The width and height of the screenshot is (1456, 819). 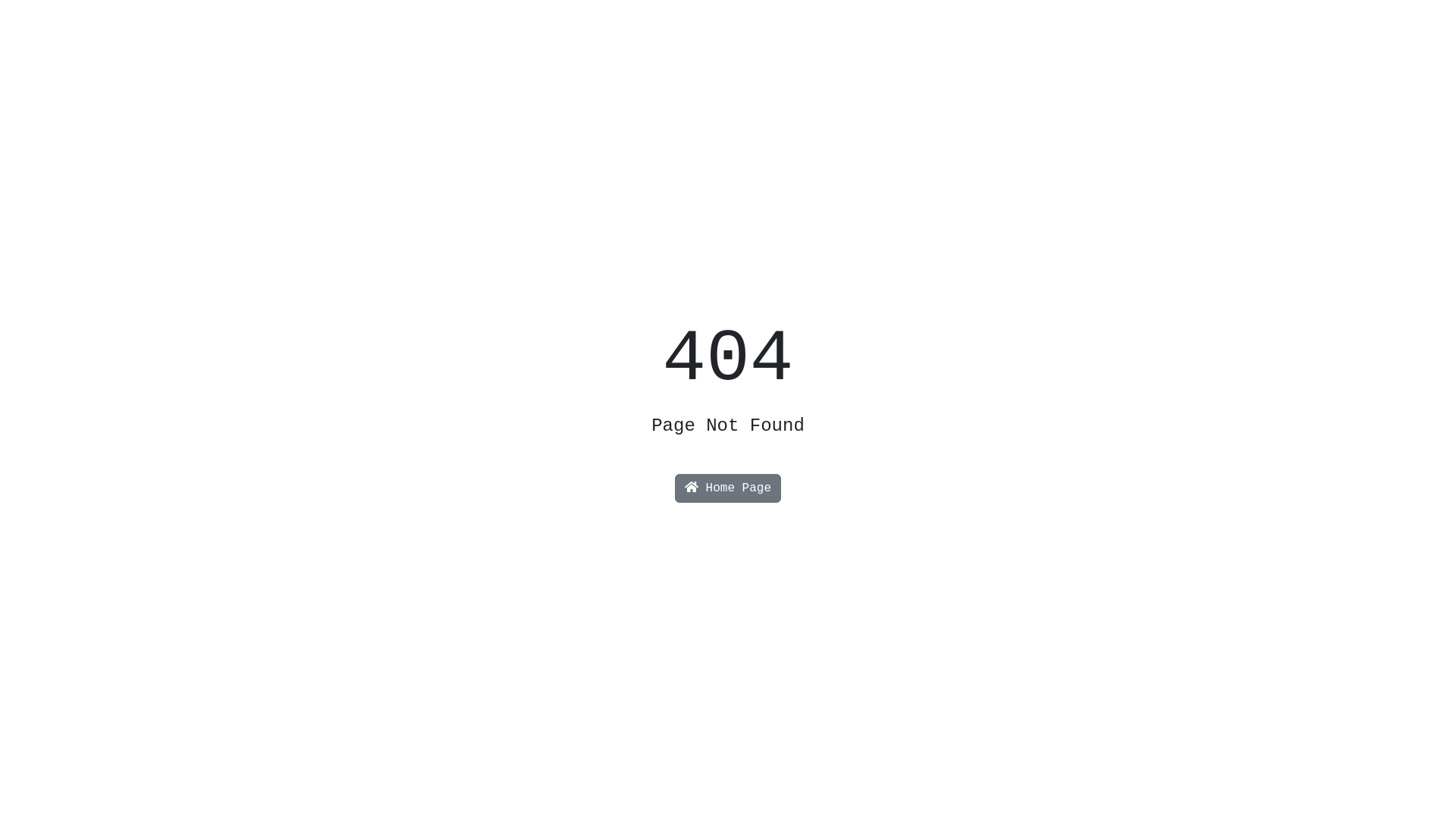 I want to click on 'Home Page', so click(x=673, y=488).